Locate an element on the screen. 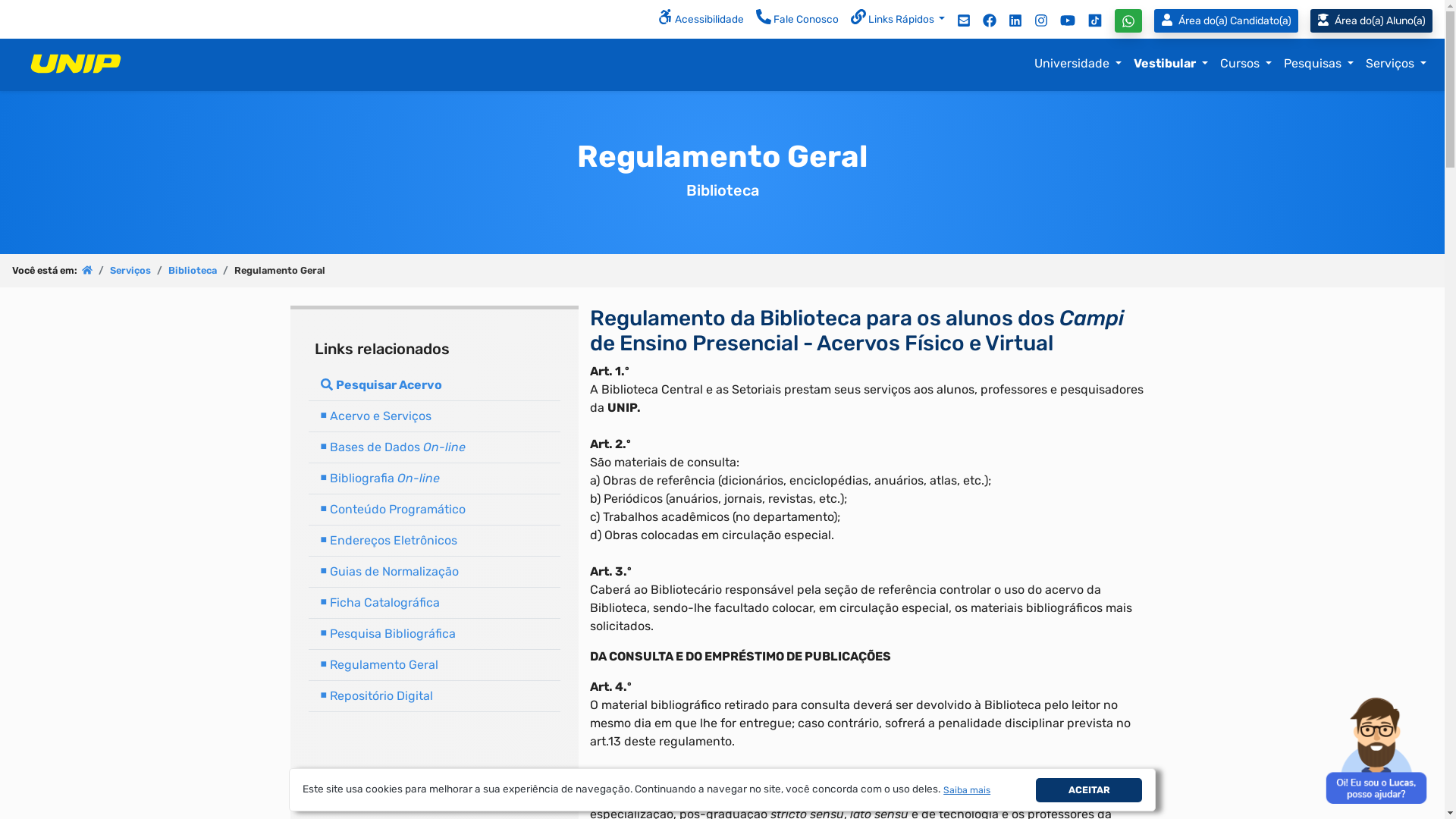 This screenshot has height=819, width=1456. 'Aluno(a)' is located at coordinates (1371, 20).